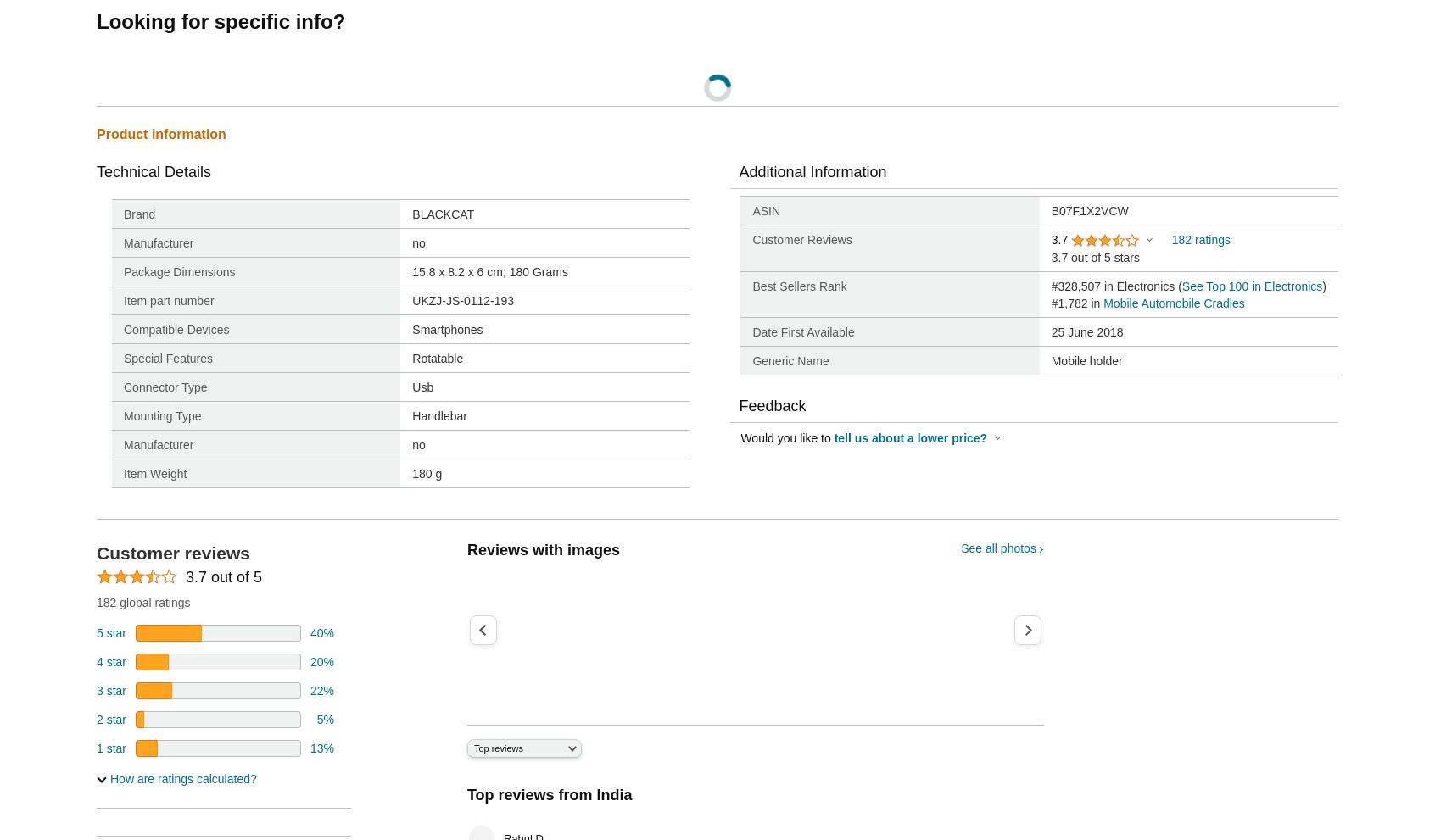 Image resolution: width=1435 pixels, height=840 pixels. What do you see at coordinates (496, 748) in the screenshot?
I see `'Top reviews'` at bounding box center [496, 748].